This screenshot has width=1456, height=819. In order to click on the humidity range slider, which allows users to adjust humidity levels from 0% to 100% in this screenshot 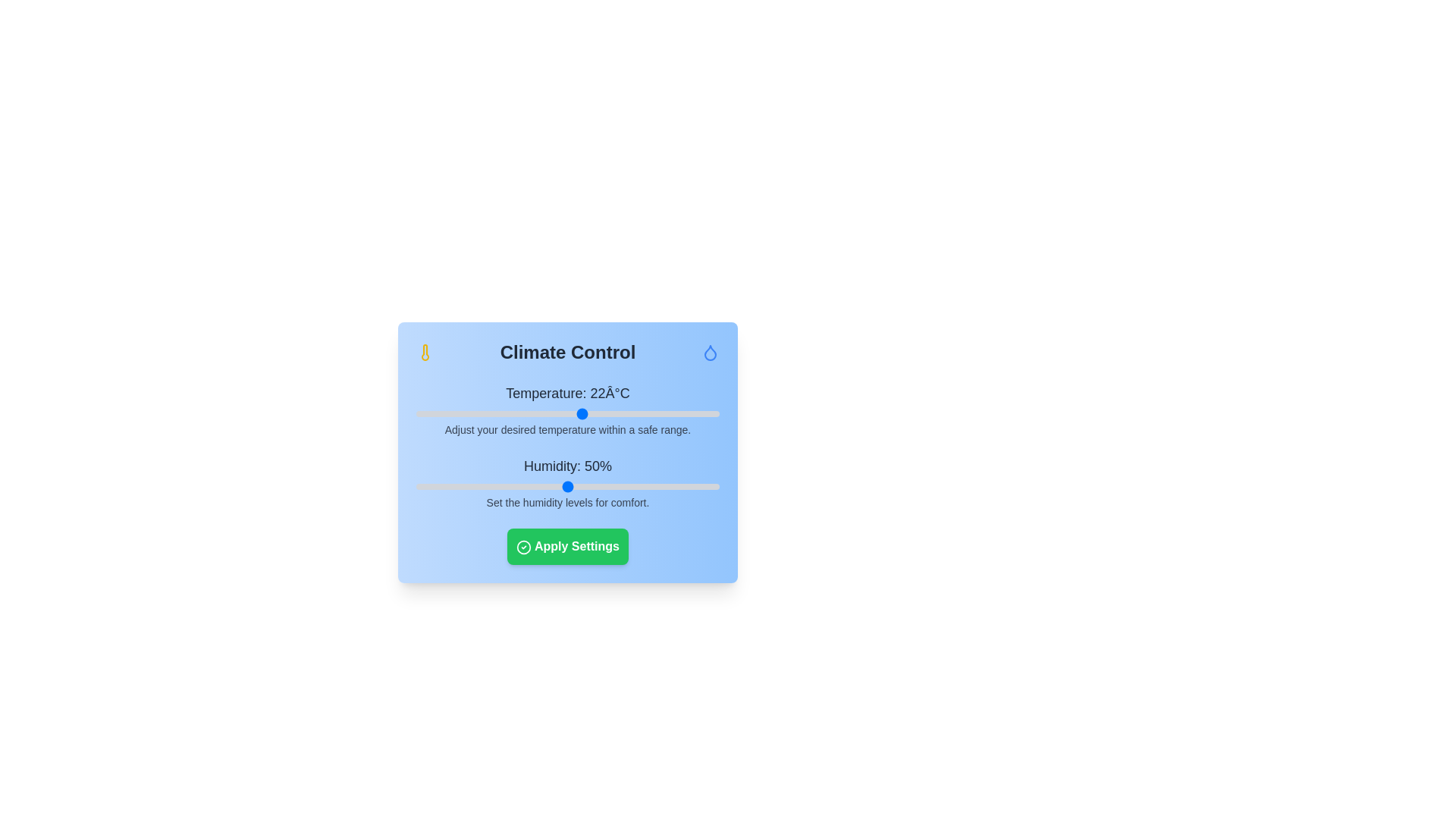, I will do `click(566, 486)`.